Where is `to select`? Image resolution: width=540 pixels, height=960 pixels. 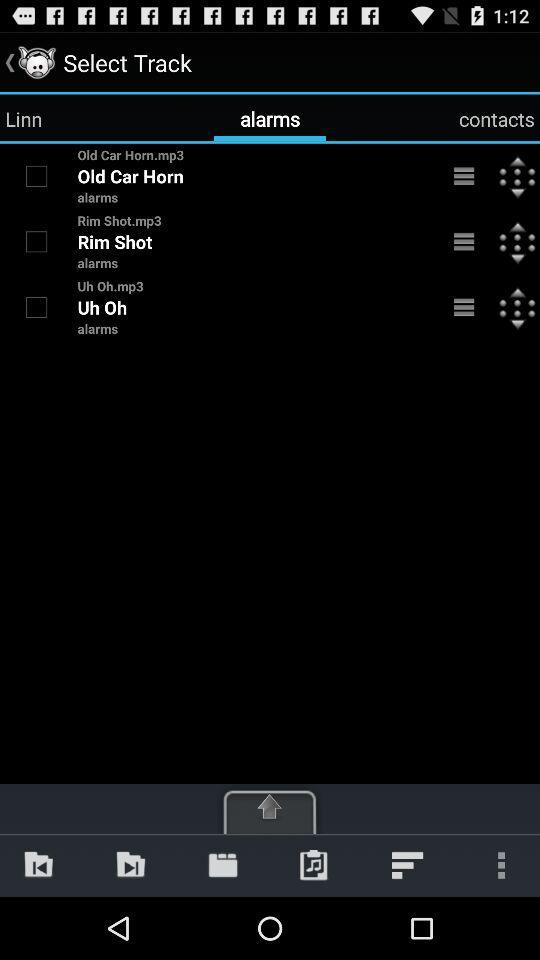 to select is located at coordinates (36, 175).